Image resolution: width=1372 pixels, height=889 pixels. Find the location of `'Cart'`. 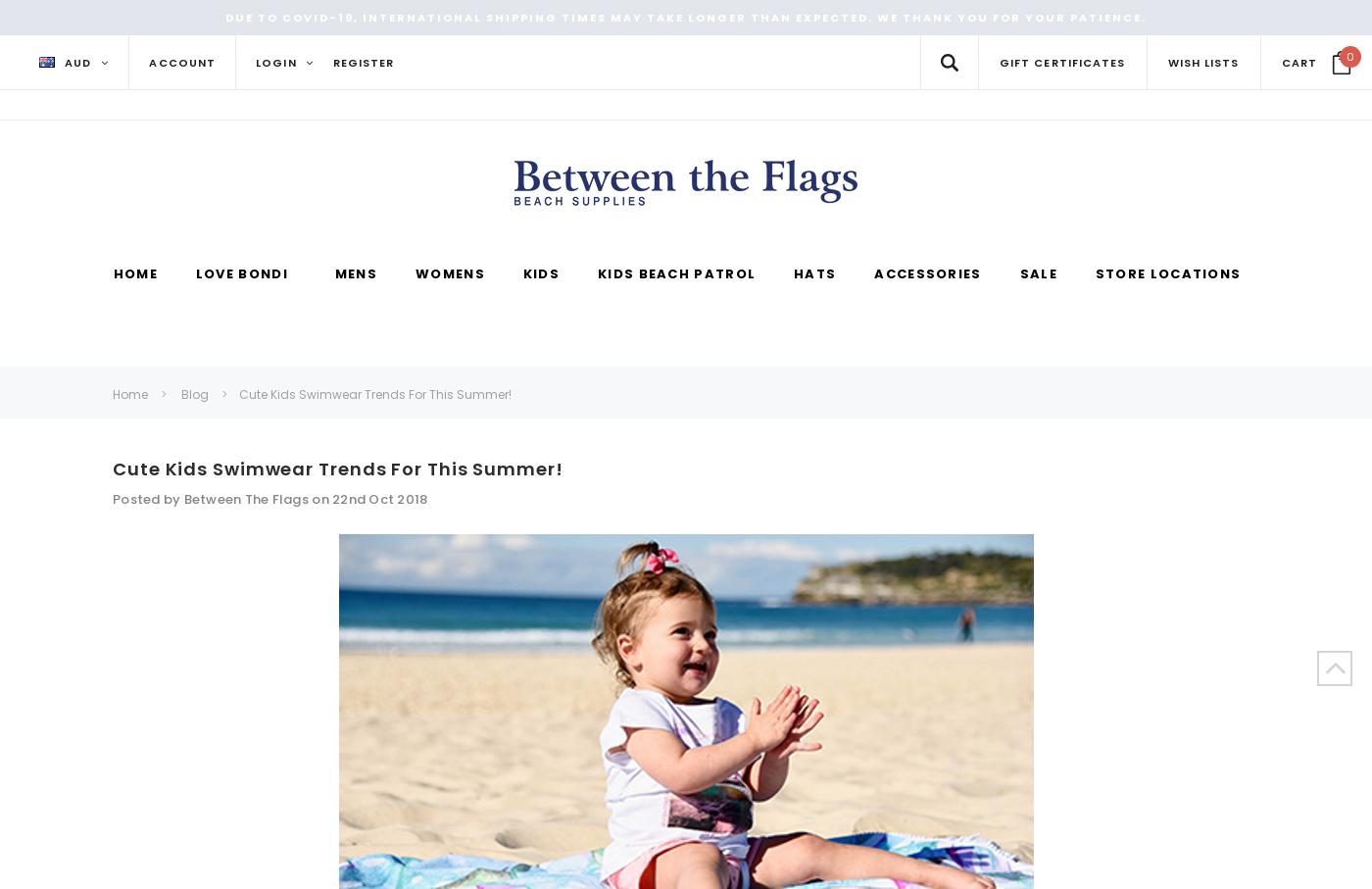

'Cart' is located at coordinates (1298, 62).